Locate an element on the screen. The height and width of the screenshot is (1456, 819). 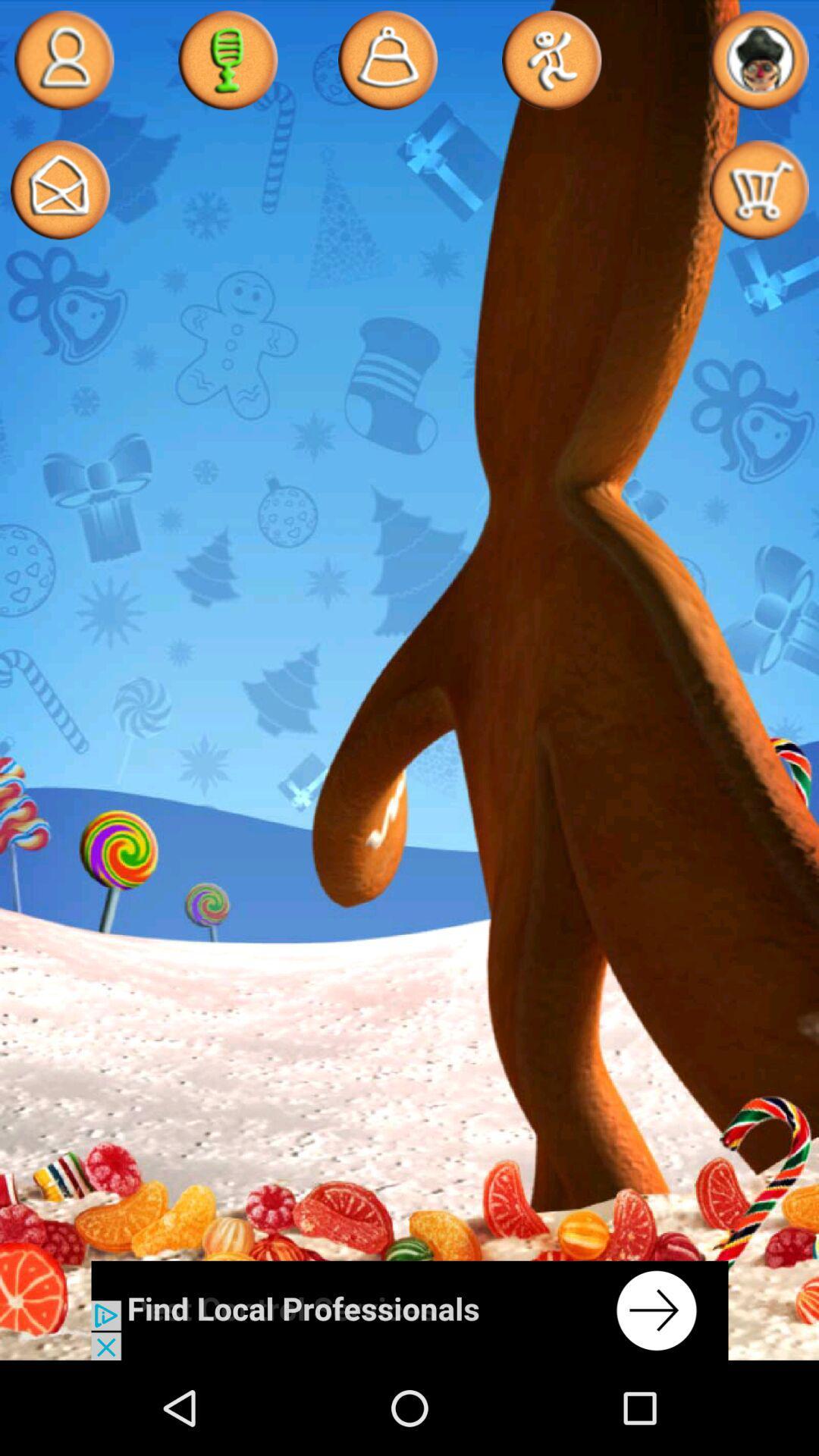
the avatar icon is located at coordinates (63, 63).